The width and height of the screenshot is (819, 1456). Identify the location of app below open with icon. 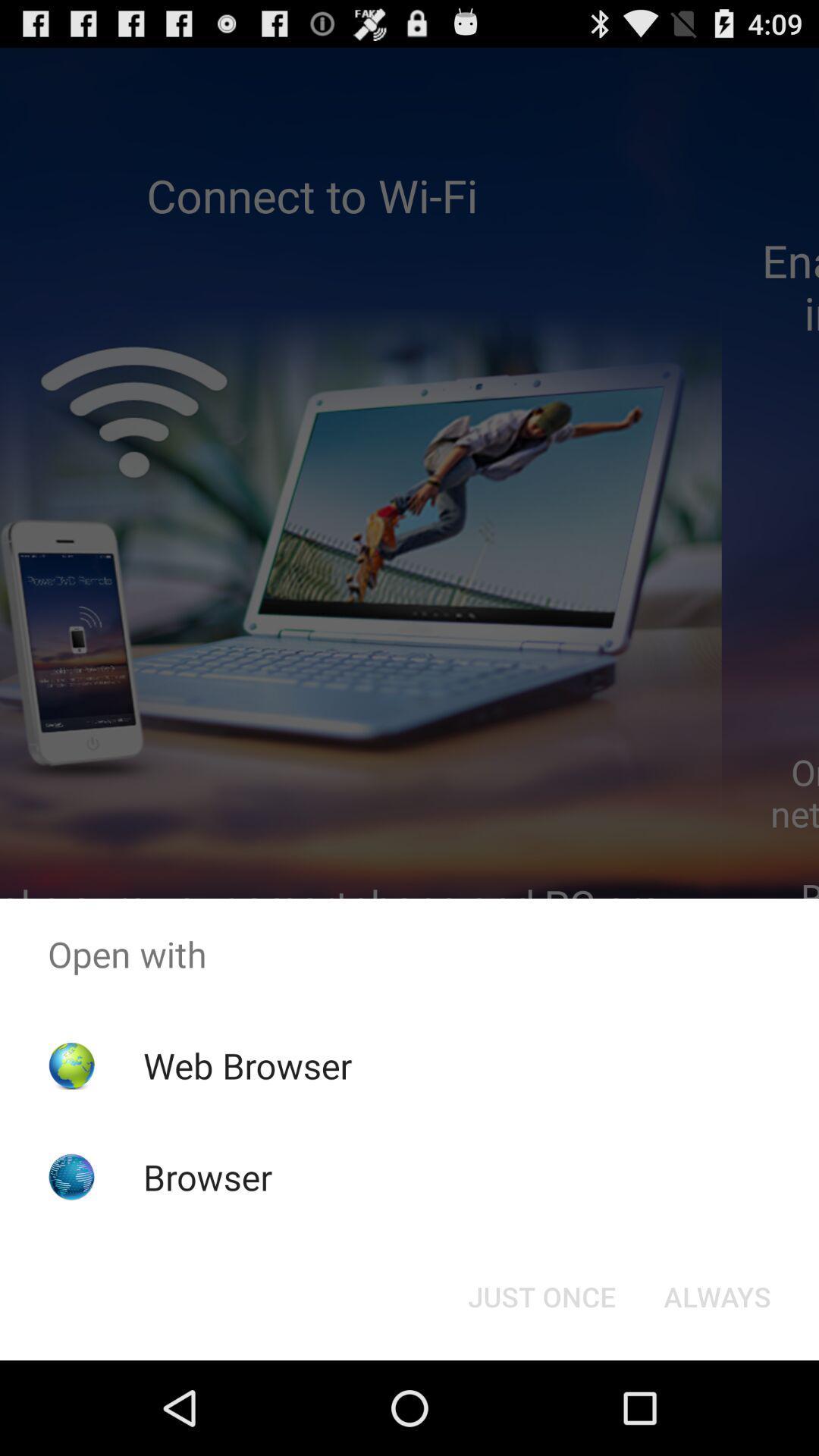
(541, 1295).